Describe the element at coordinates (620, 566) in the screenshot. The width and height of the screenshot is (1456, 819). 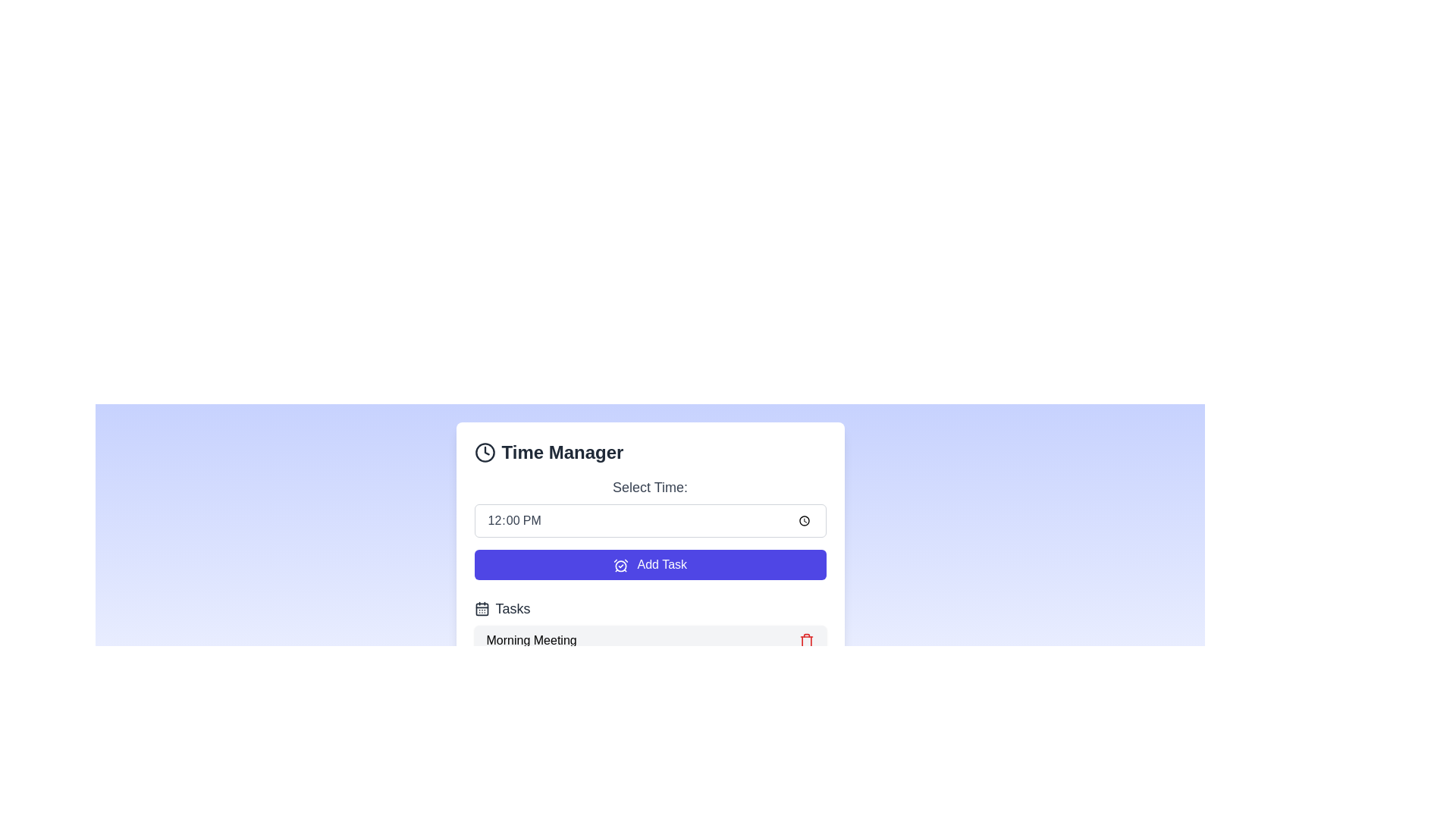
I see `the circular graphical component located inside the icon to the left of the 'Add Task' button` at that location.